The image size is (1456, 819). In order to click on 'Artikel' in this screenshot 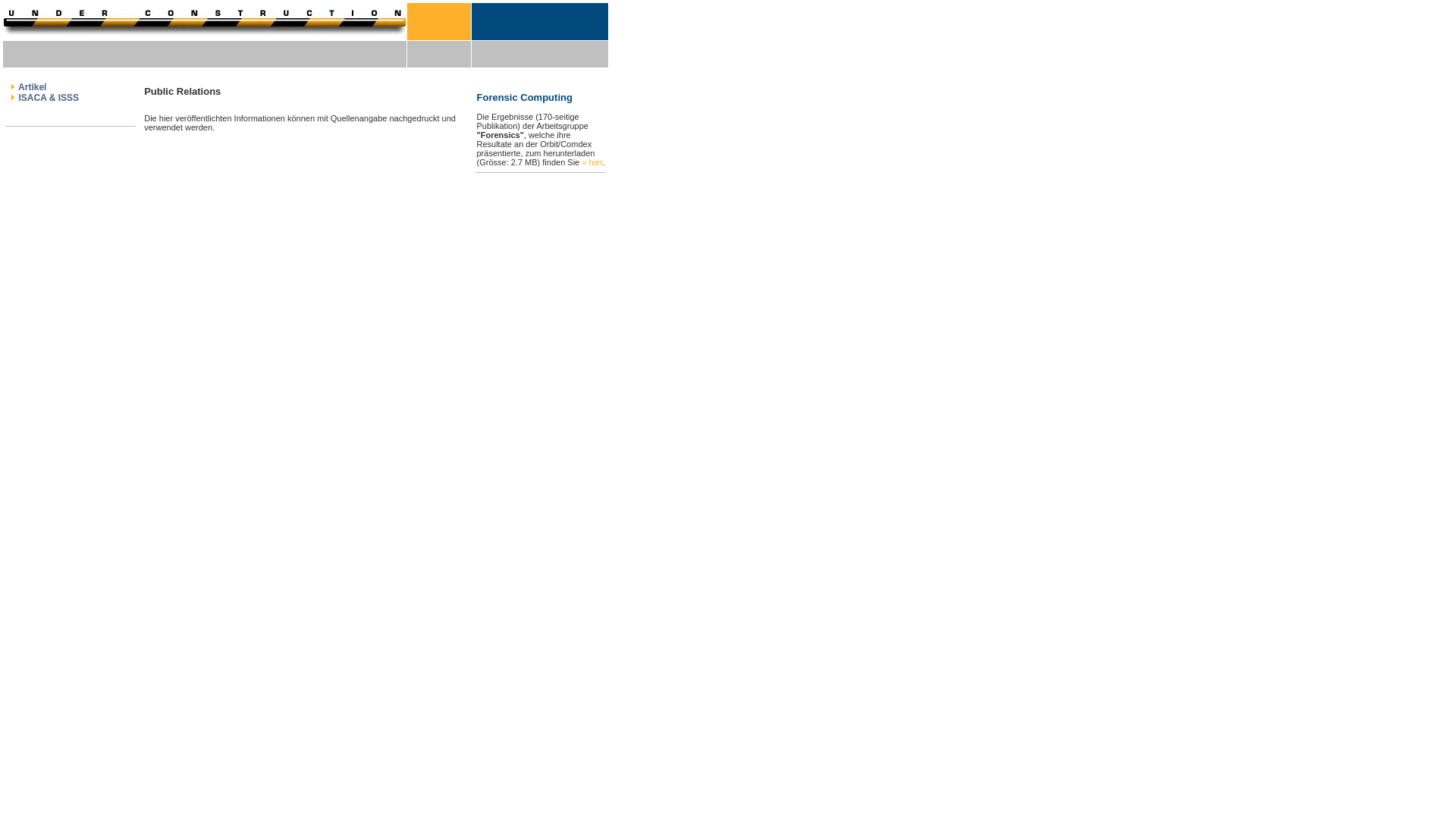, I will do `click(31, 87)`.